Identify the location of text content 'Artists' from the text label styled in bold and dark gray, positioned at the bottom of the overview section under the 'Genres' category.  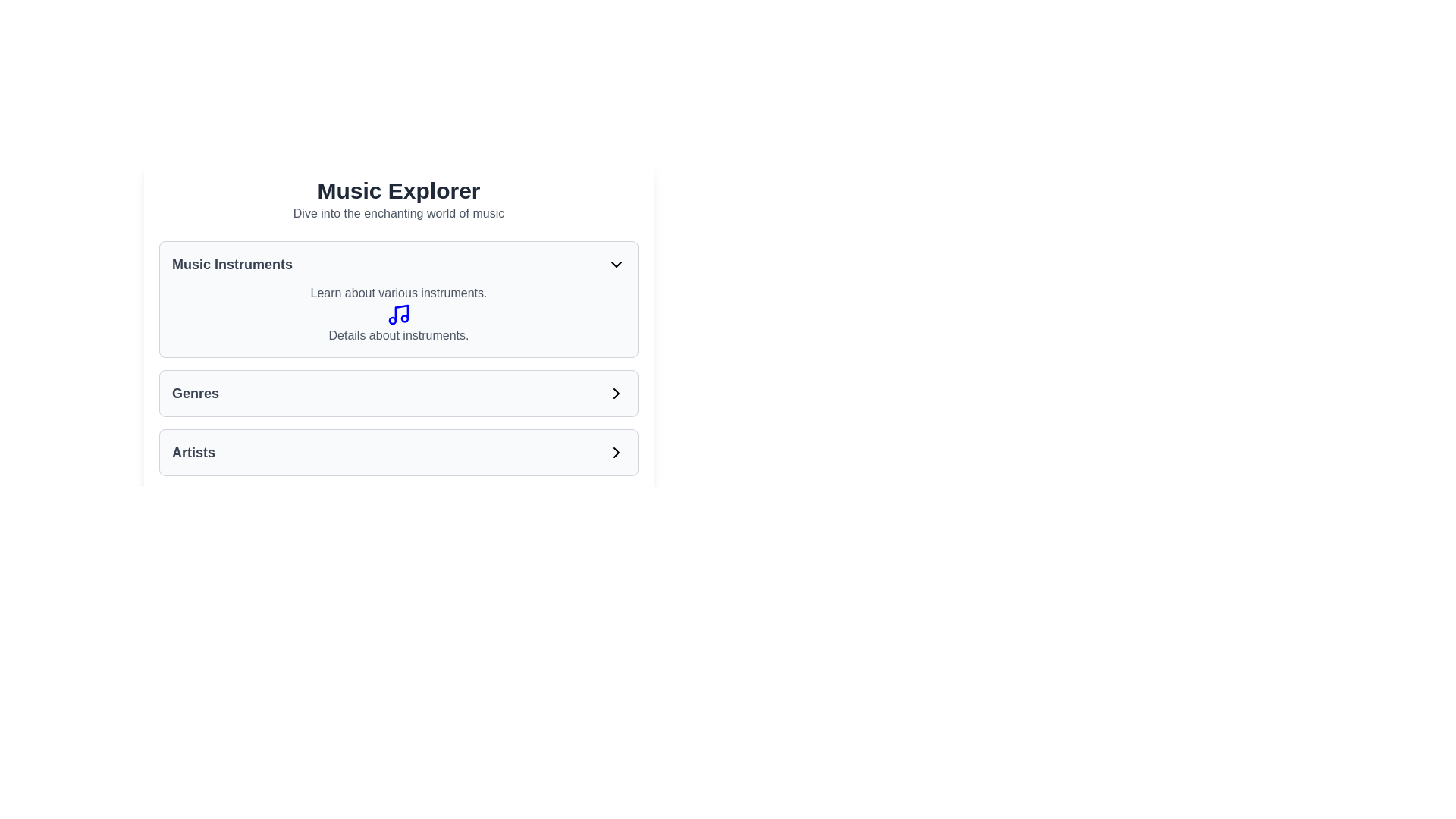
(193, 452).